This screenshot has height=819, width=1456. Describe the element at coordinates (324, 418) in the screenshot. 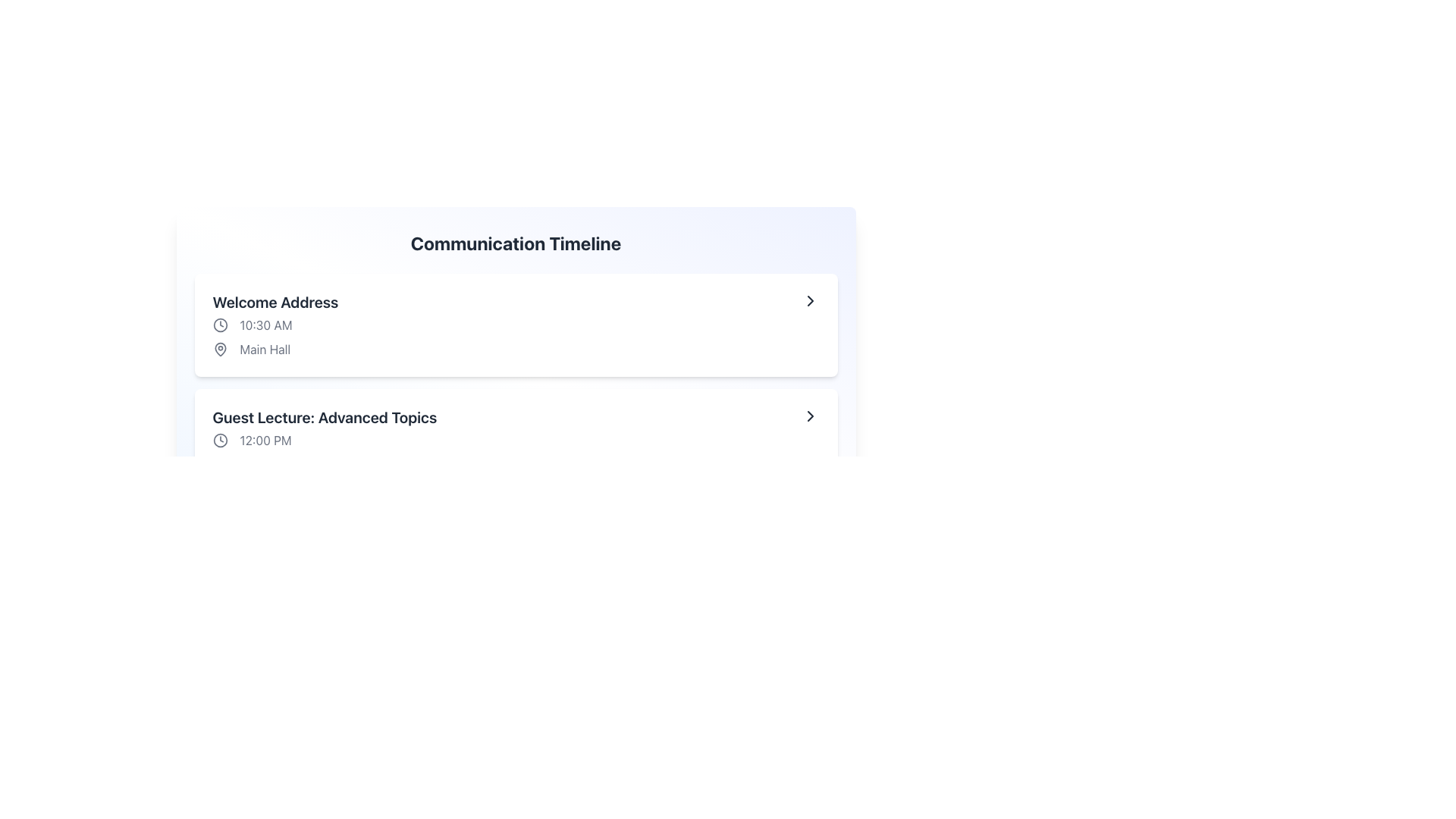

I see `the text label stating 'Guest Lecture: Advanced Topics' which is styled in bold and dark gray, located under the header 'Welcome Address'` at that location.